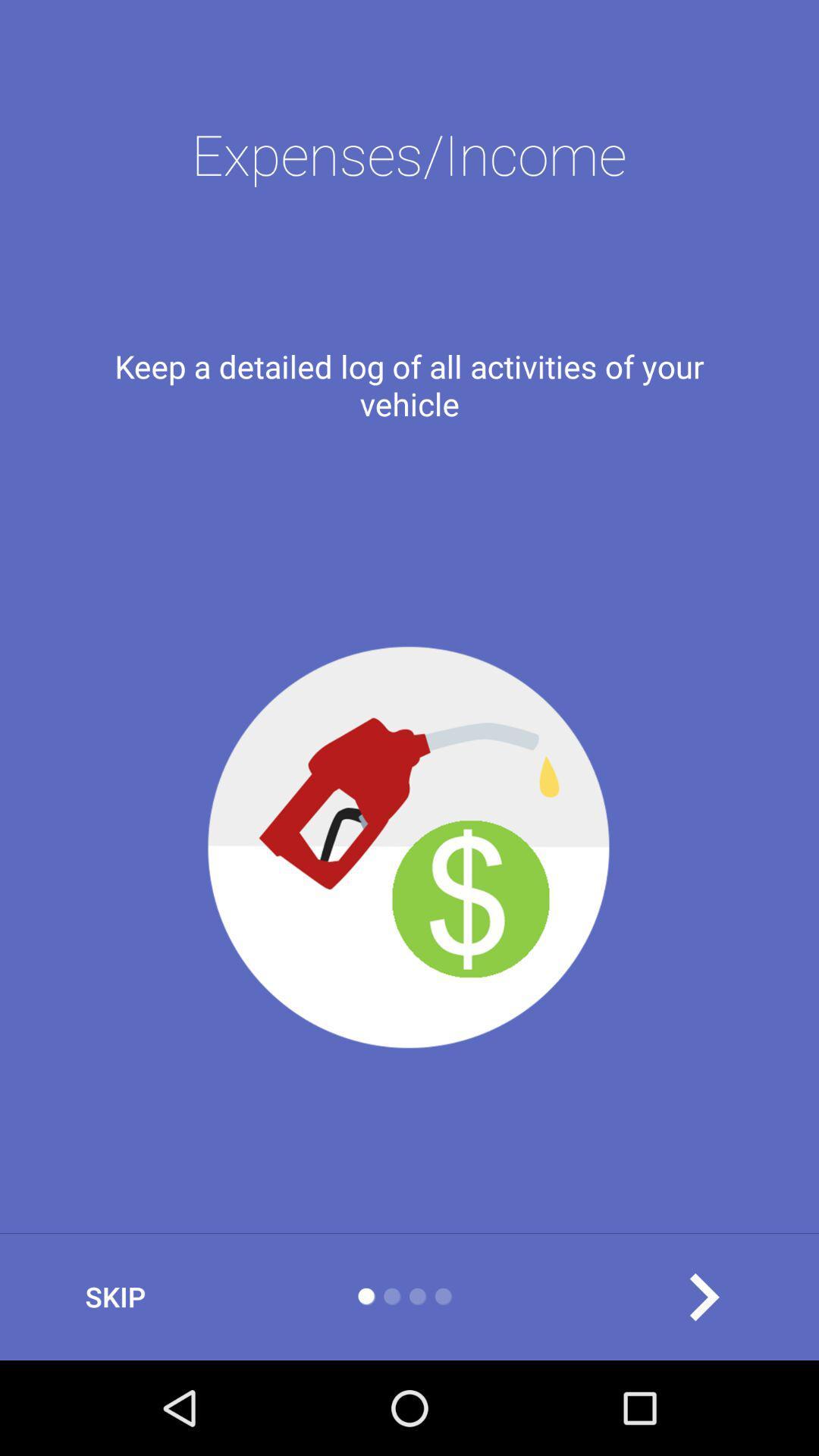 Image resolution: width=819 pixels, height=1456 pixels. What do you see at coordinates (703, 1296) in the screenshot?
I see `next` at bounding box center [703, 1296].